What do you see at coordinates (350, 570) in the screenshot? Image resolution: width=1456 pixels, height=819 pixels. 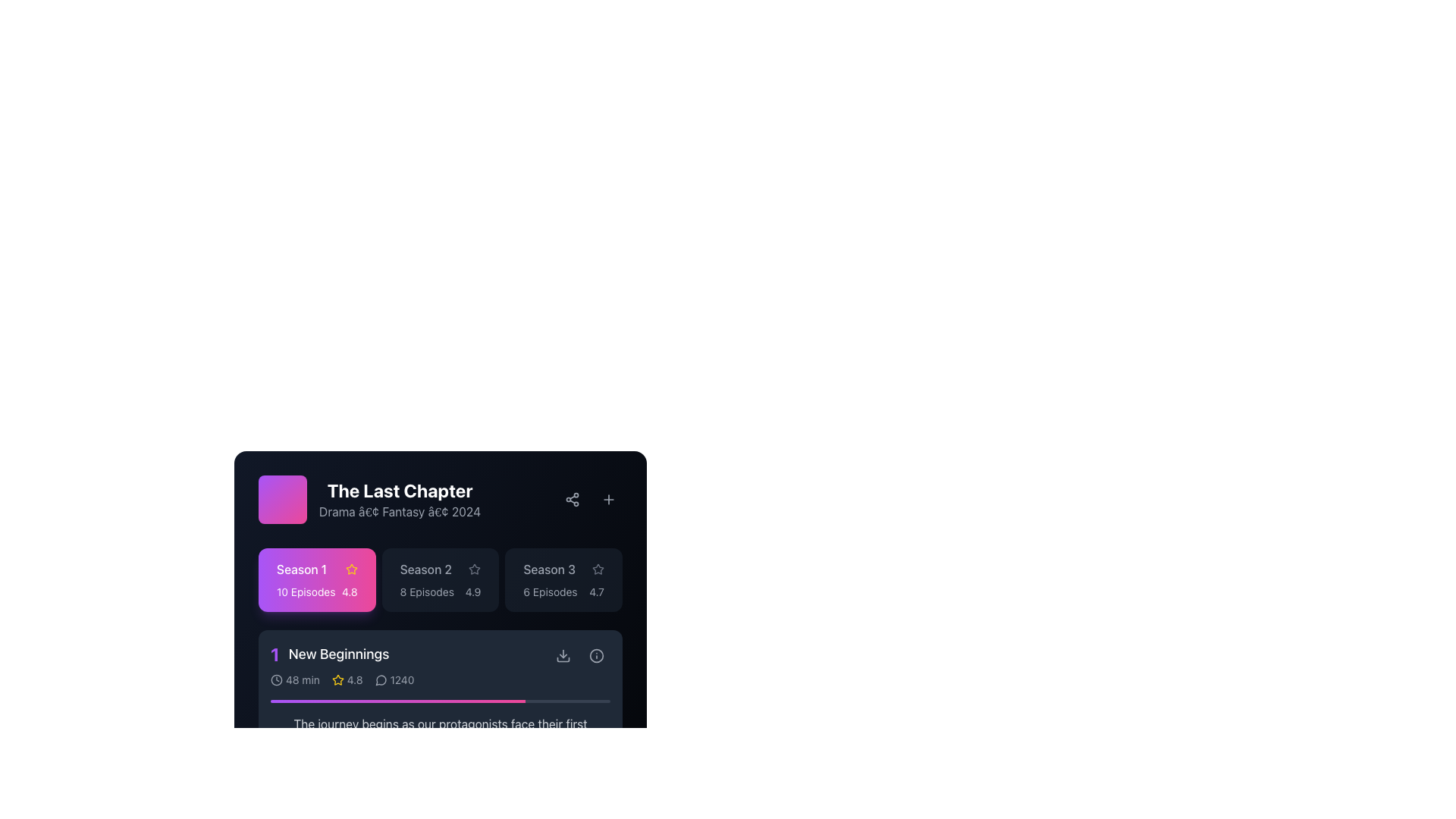 I see `the star icon used for rating or highlighting the popularity of 'Season 1', which is located to the right of the text 'Season 1'` at bounding box center [350, 570].